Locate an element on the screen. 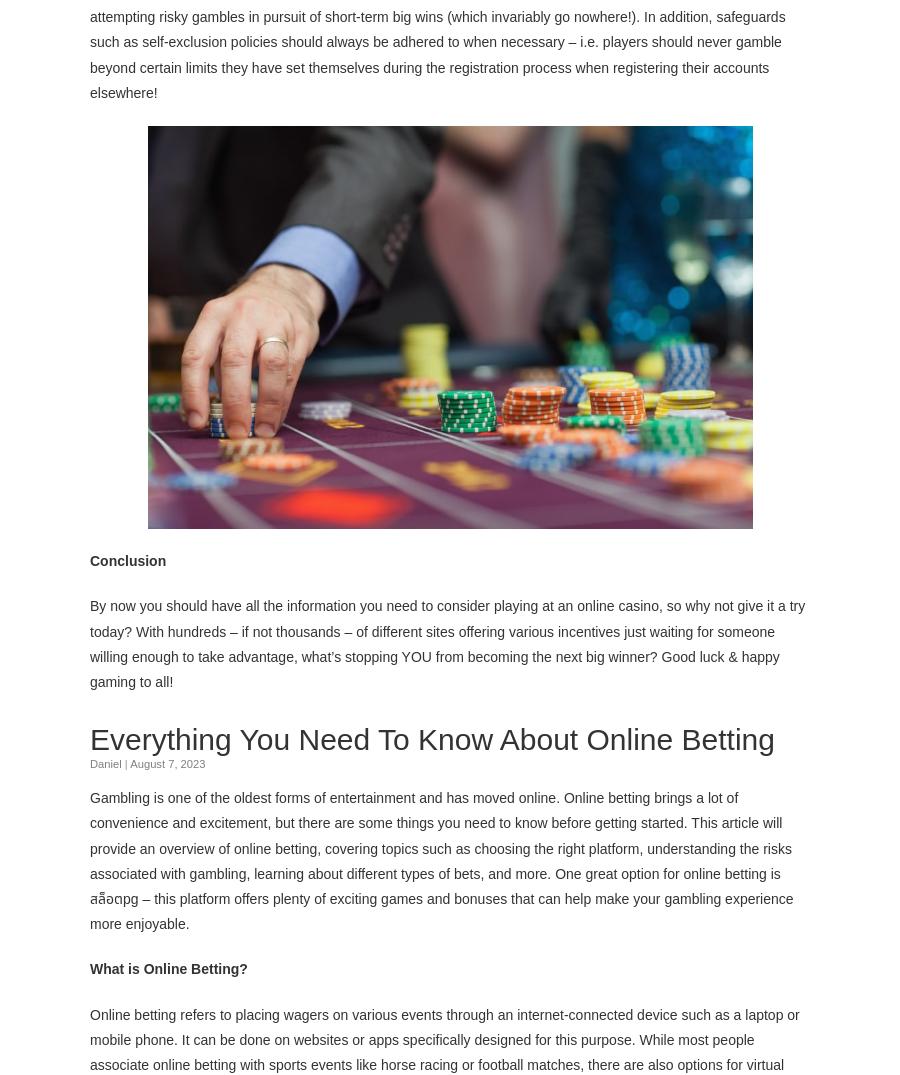 The image size is (900, 1075). 'What is Online Betting?' is located at coordinates (168, 968).